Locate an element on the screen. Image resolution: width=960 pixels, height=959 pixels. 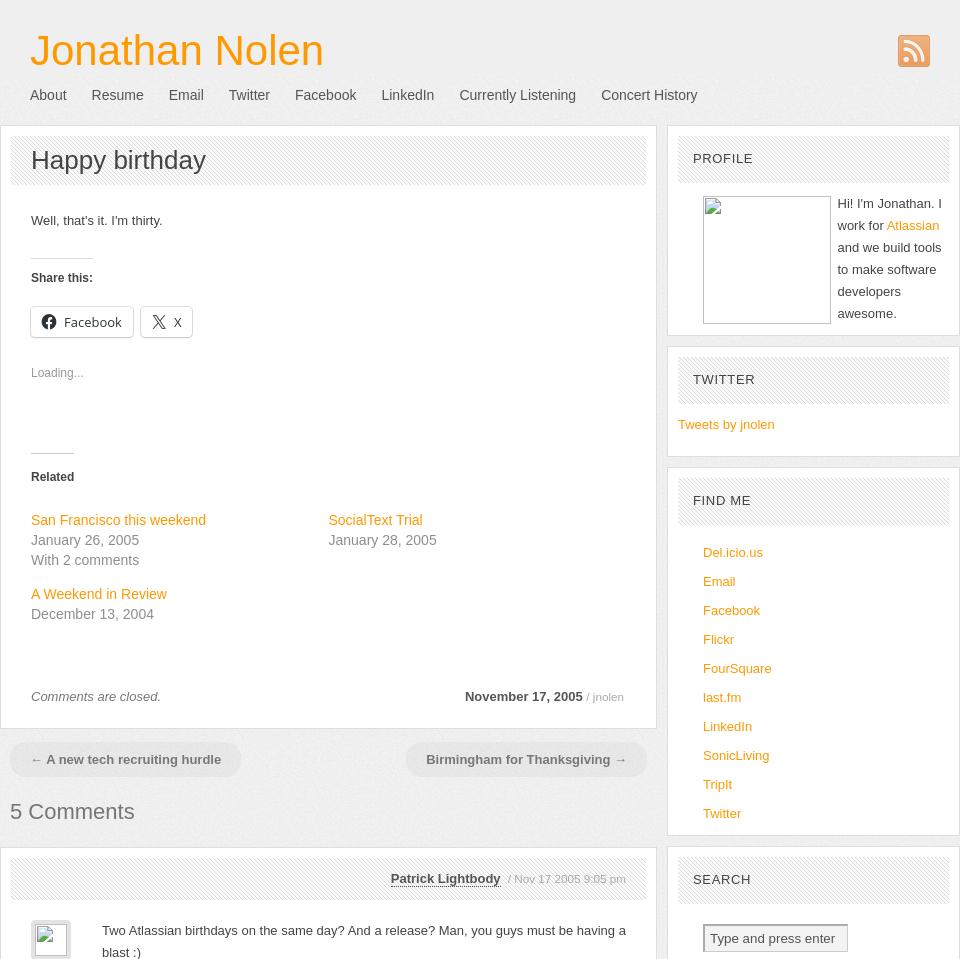
'Find me' is located at coordinates (721, 500).